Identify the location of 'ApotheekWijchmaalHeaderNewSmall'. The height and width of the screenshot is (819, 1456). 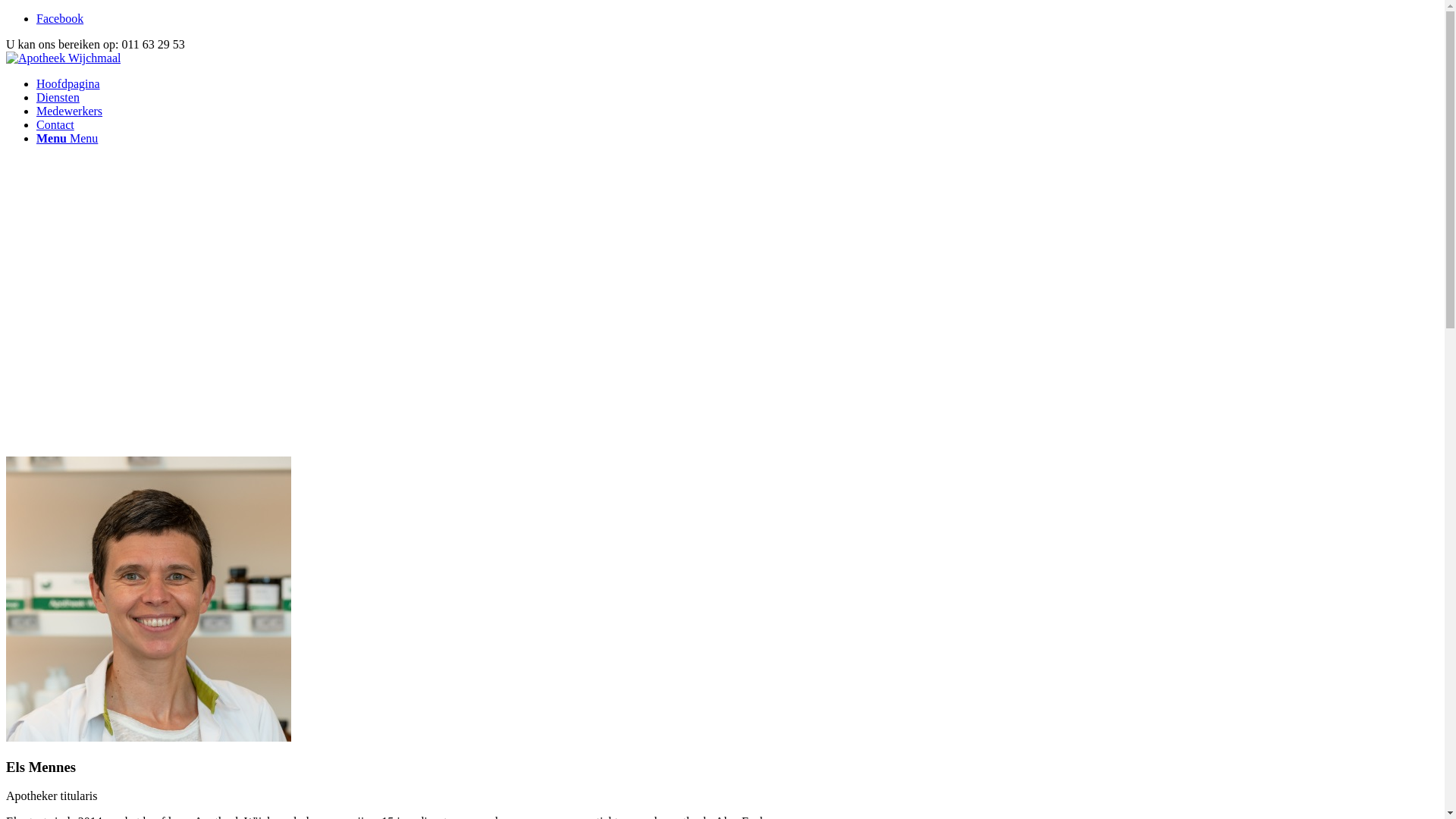
(62, 58).